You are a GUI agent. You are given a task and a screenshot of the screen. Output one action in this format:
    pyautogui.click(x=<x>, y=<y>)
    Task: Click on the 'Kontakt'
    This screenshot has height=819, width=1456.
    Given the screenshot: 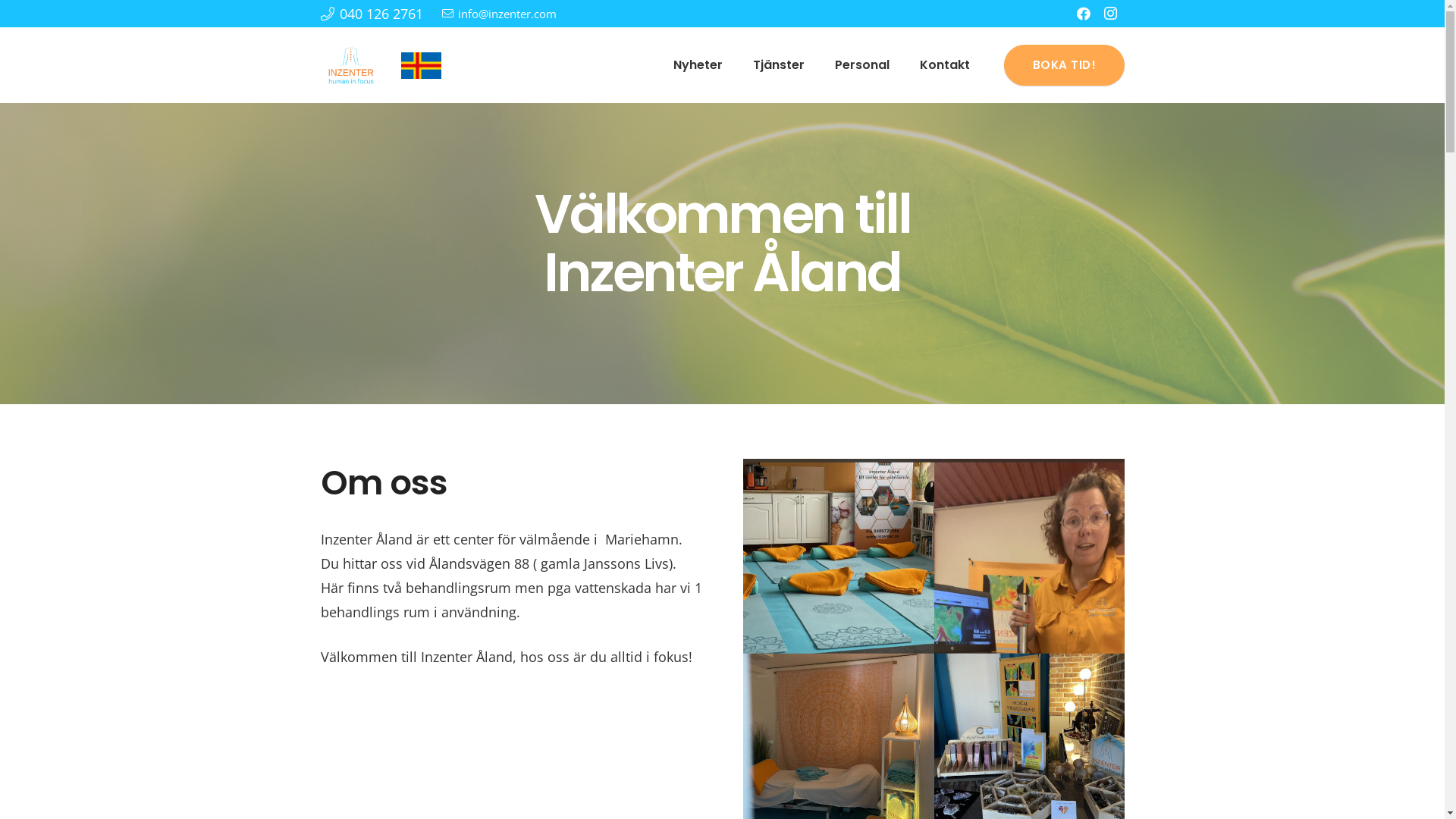 What is the action you would take?
    pyautogui.click(x=944, y=64)
    